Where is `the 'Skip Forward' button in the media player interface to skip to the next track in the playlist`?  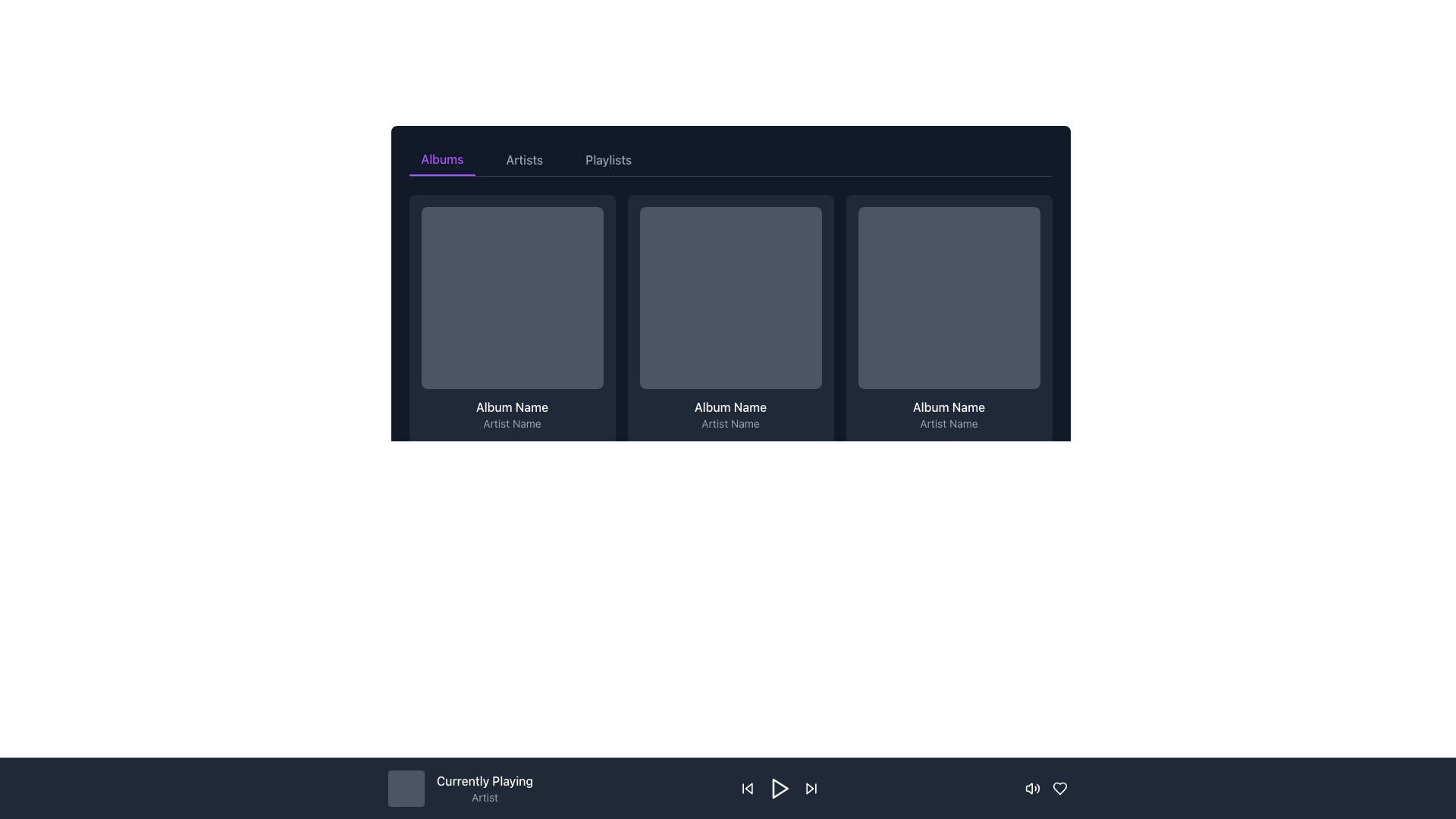 the 'Skip Forward' button in the media player interface to skip to the next track in the playlist is located at coordinates (810, 788).